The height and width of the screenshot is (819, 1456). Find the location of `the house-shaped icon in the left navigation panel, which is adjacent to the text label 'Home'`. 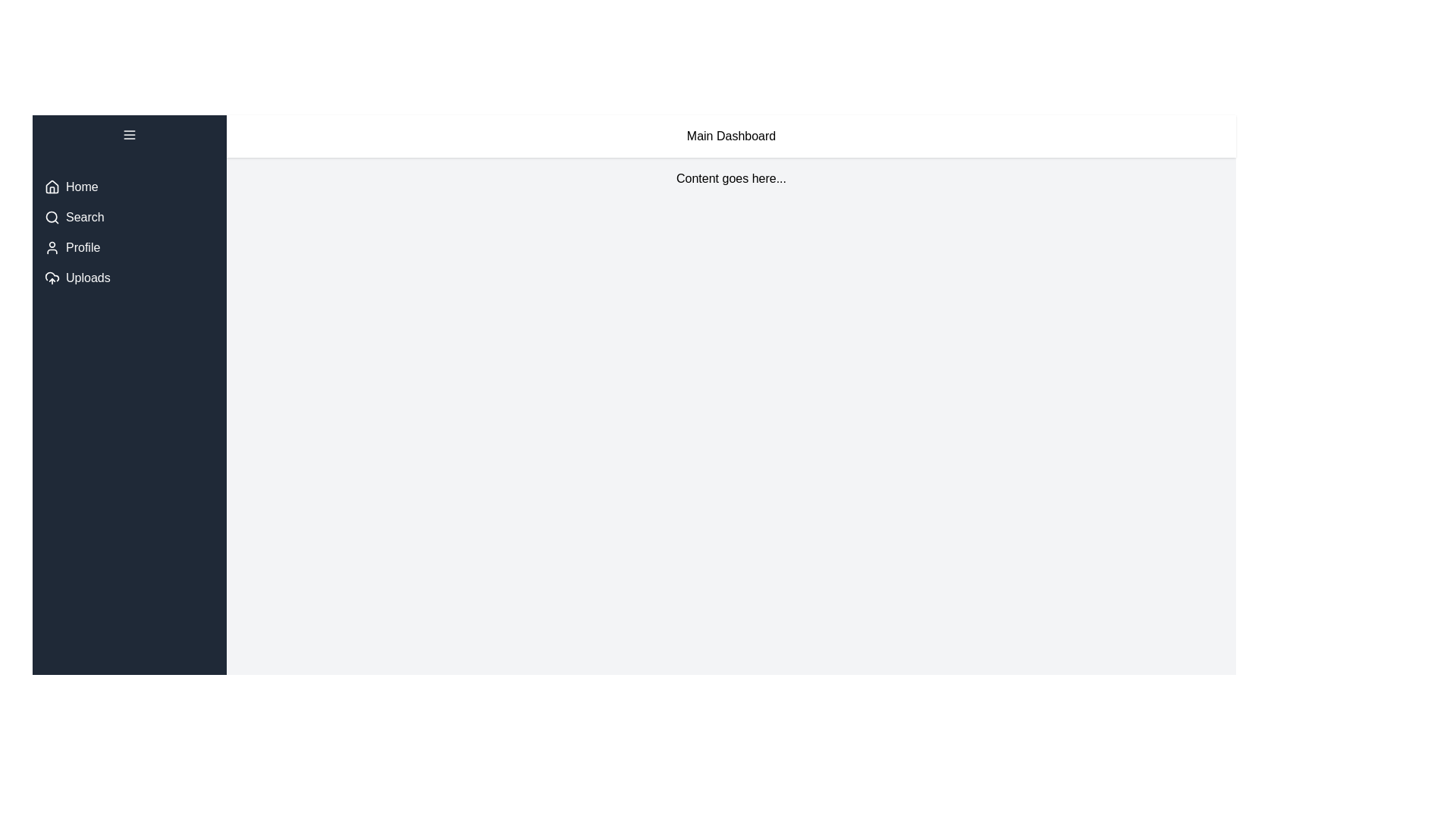

the house-shaped icon in the left navigation panel, which is adjacent to the text label 'Home' is located at coordinates (52, 186).